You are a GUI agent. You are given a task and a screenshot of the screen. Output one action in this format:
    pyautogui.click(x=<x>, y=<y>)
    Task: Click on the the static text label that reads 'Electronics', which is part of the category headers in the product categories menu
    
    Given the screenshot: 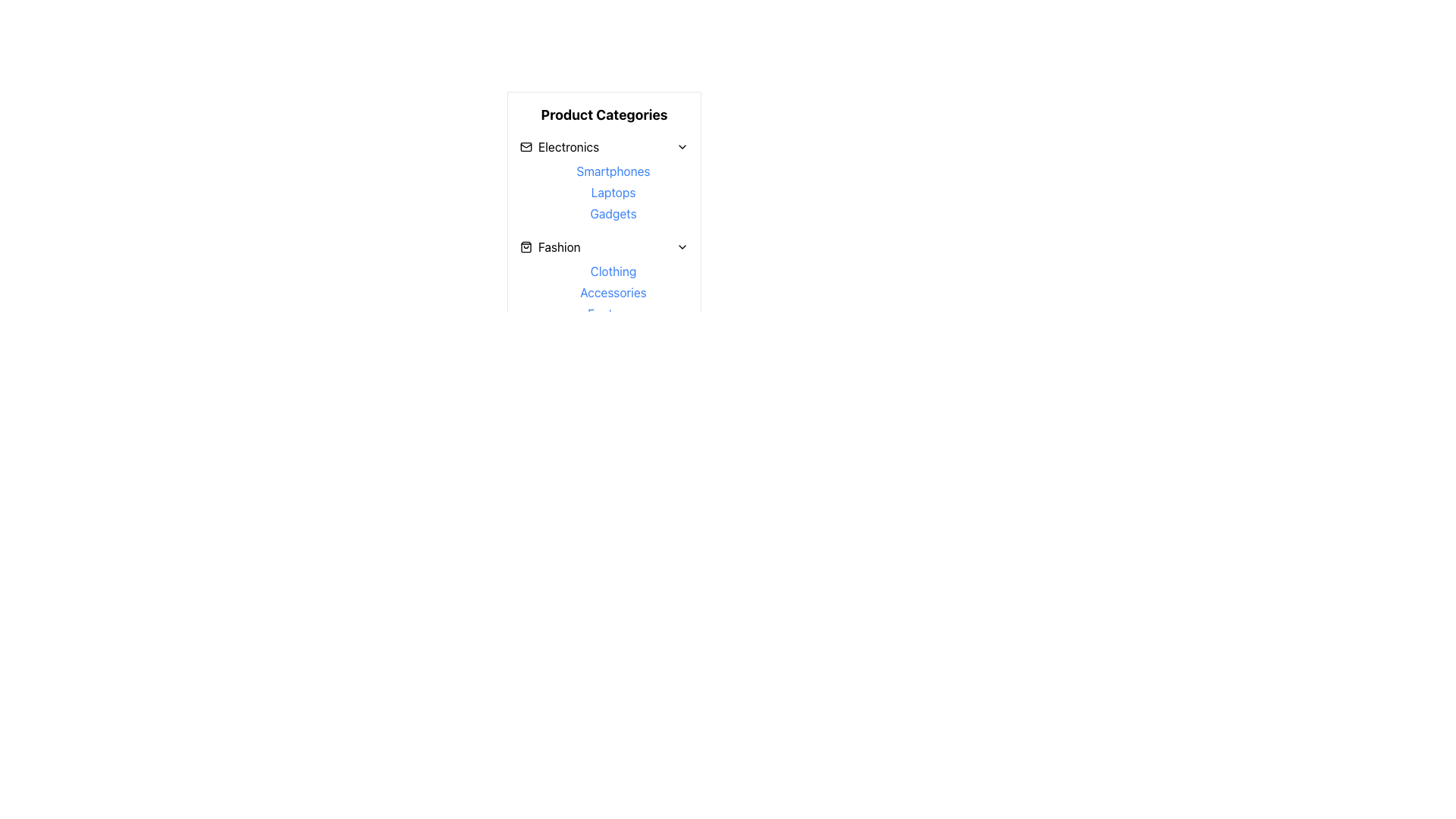 What is the action you would take?
    pyautogui.click(x=568, y=146)
    